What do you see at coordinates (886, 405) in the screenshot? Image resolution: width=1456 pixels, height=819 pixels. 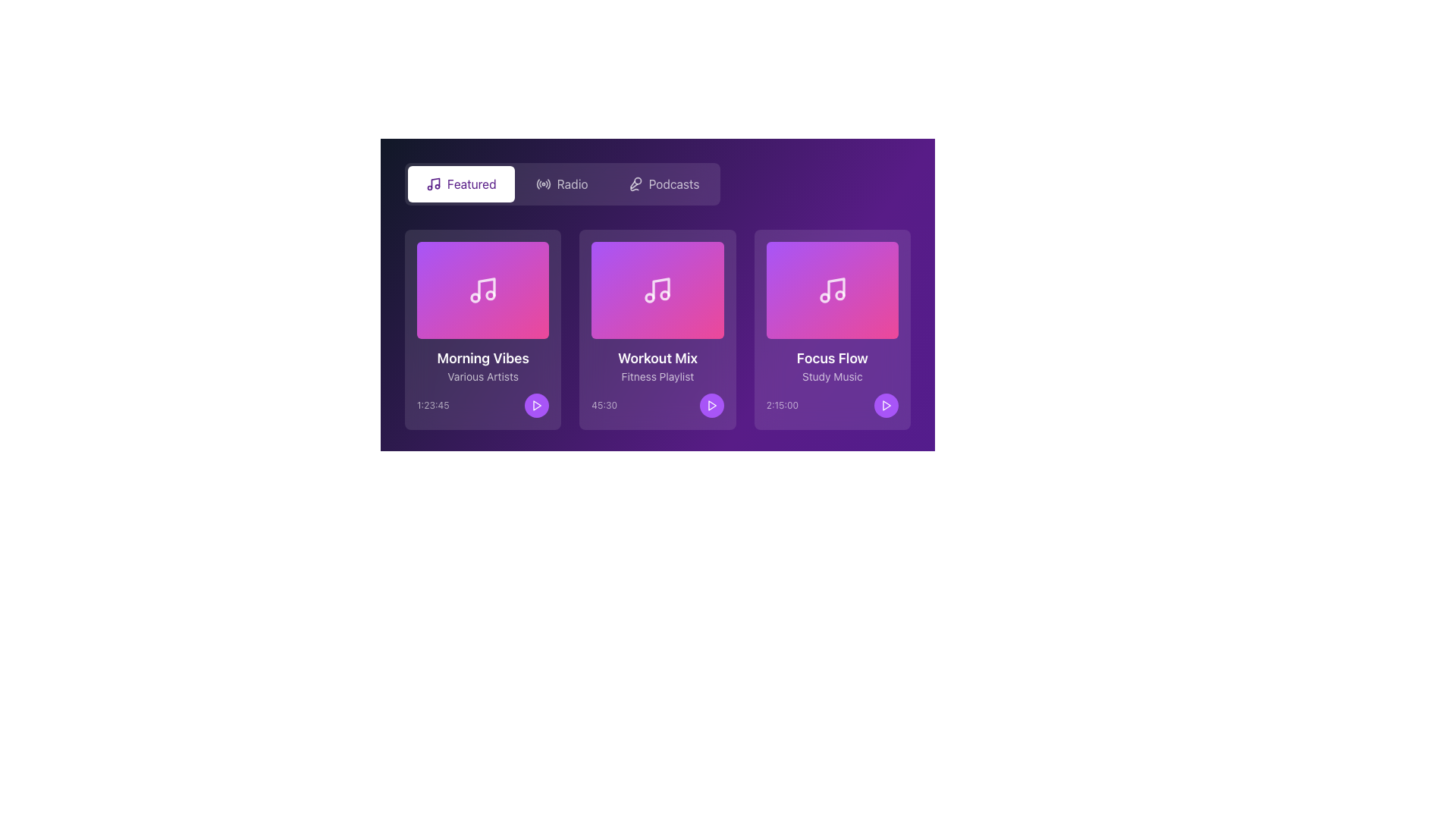 I see `the play button, which is a triangular vector graphic in white on a purple circular background, located at the bottom-right corner of the 'Focus Flow - Study Music' card` at bounding box center [886, 405].